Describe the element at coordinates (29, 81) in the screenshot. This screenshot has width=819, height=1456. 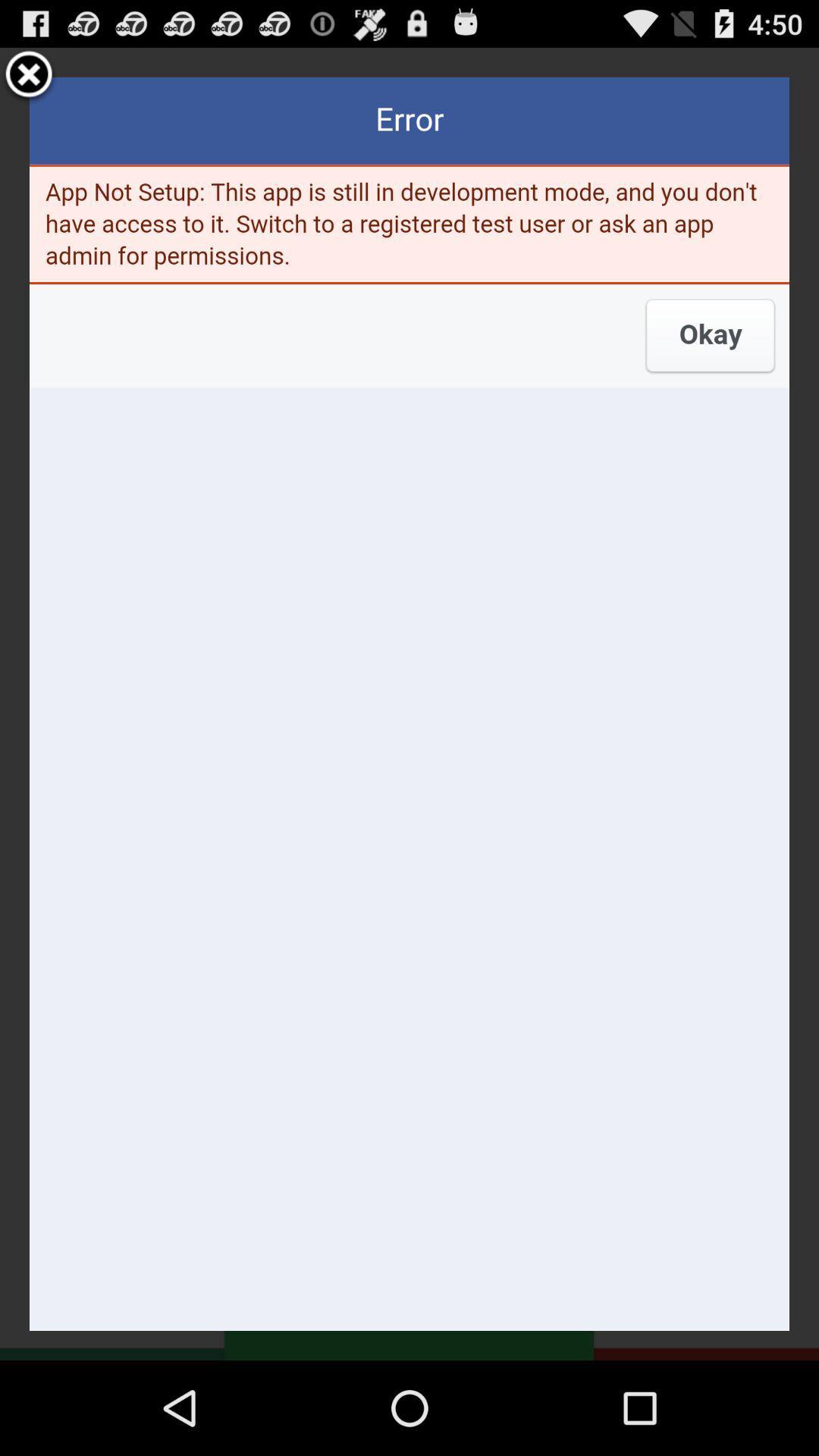
I see `the close icon` at that location.